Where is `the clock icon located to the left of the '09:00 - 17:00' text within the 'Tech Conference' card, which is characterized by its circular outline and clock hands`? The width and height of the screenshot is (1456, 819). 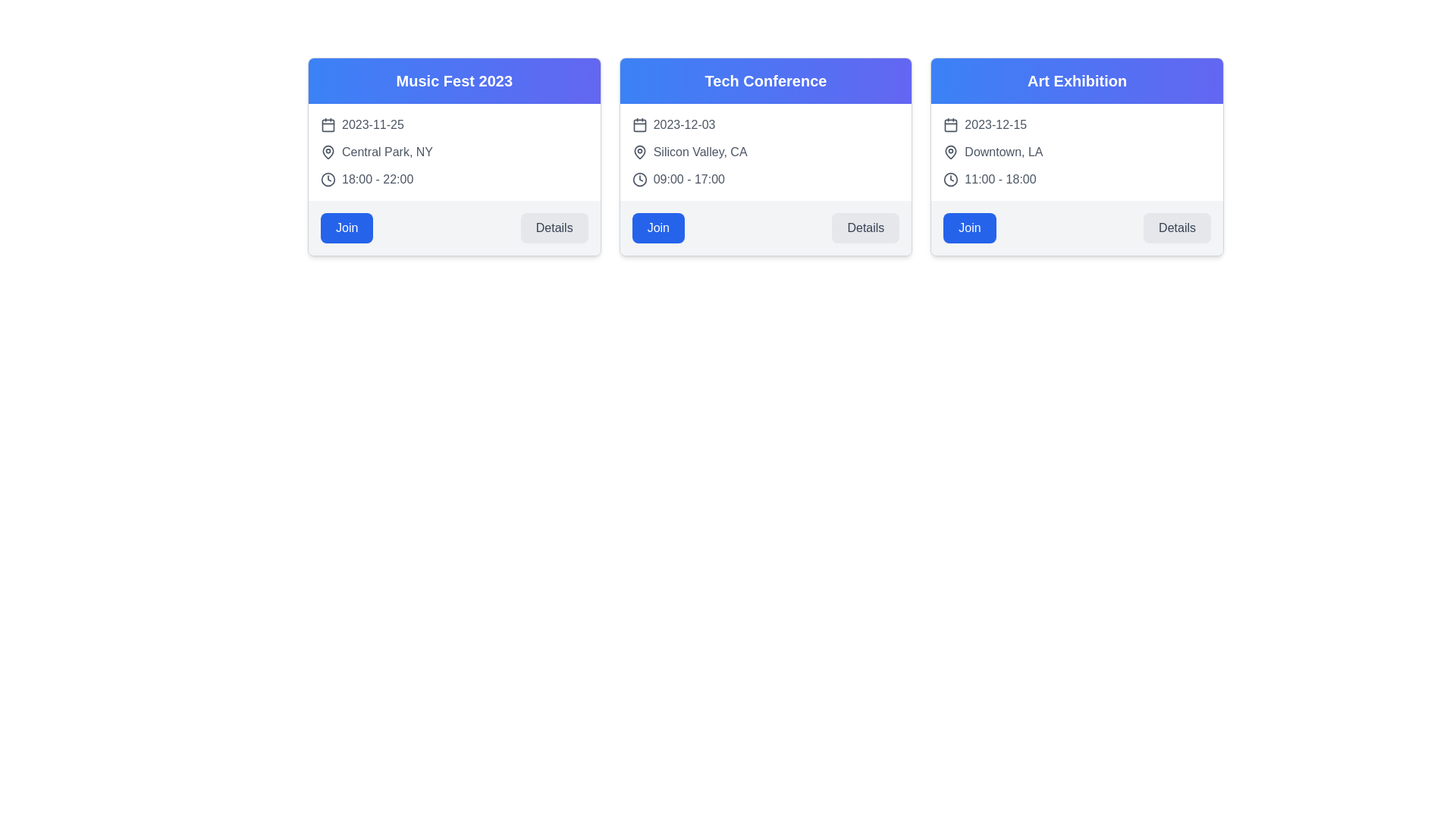
the clock icon located to the left of the '09:00 - 17:00' text within the 'Tech Conference' card, which is characterized by its circular outline and clock hands is located at coordinates (639, 178).